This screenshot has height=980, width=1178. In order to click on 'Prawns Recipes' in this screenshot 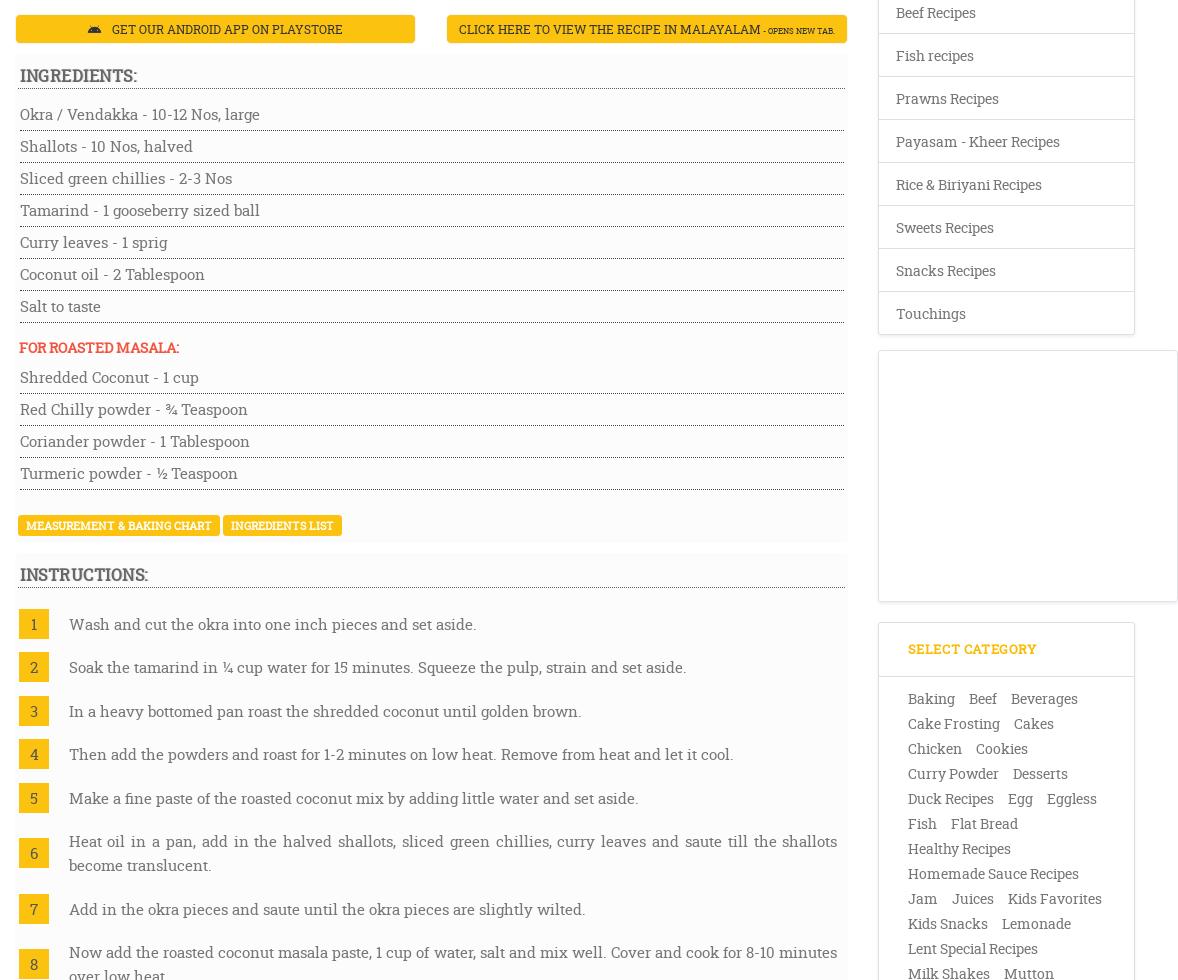, I will do `click(947, 97)`.